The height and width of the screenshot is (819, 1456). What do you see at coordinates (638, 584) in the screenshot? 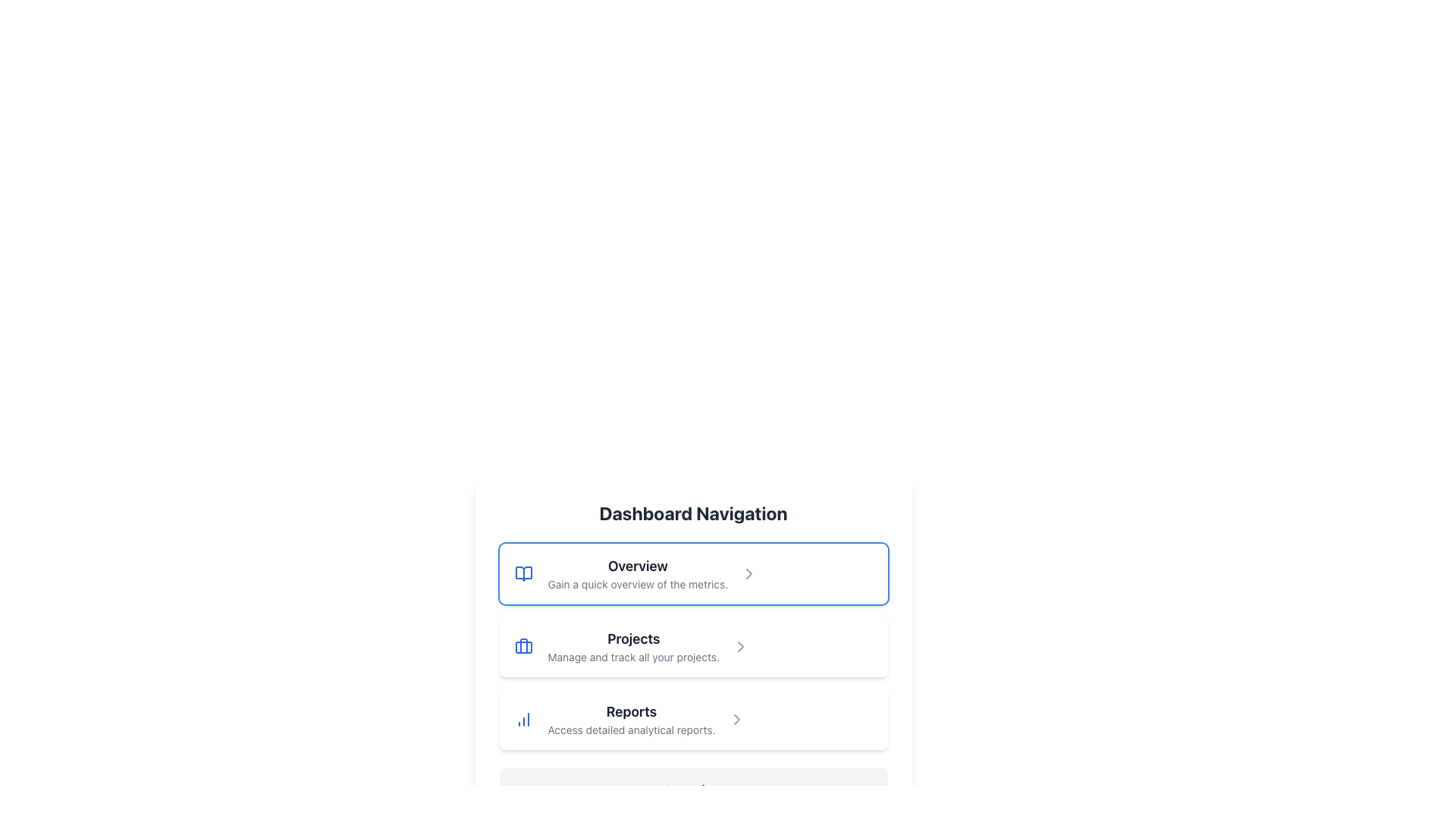
I see `the text label that reads 'Gain a quick overview of the metrics.' which is located below the title 'Overview' in the 'Overview' section` at bounding box center [638, 584].